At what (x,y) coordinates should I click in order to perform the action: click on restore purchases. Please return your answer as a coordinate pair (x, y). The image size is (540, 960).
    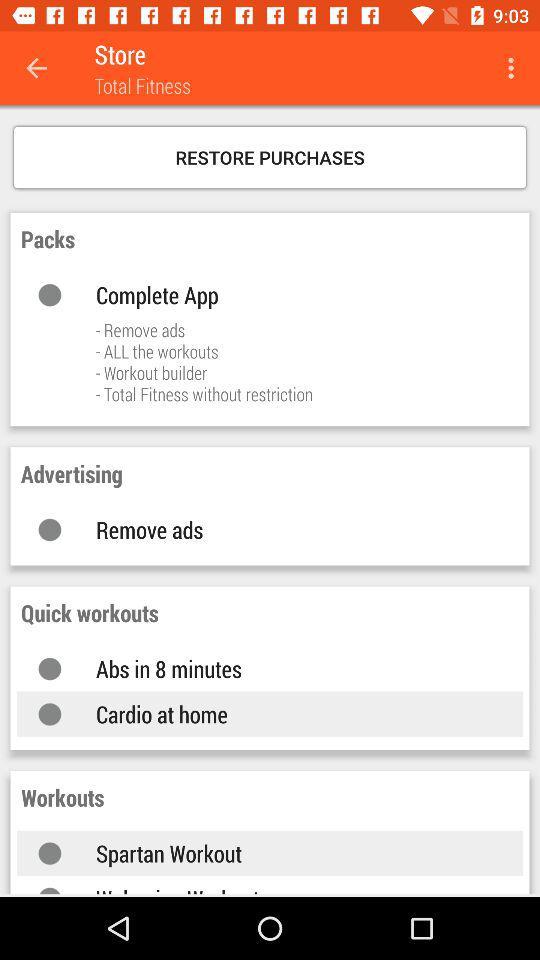
    Looking at the image, I should click on (270, 156).